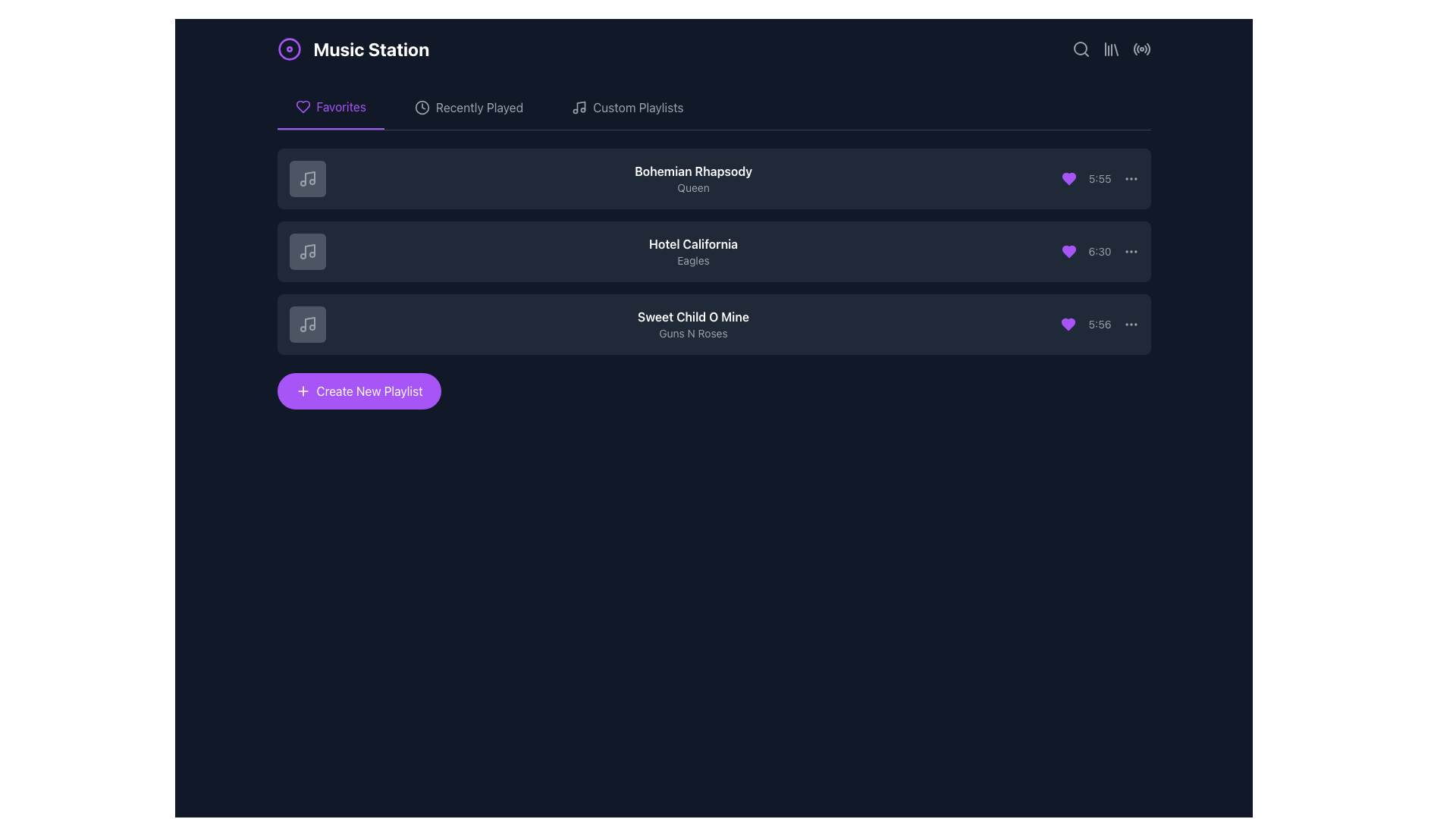  I want to click on the purple heart icon button indicating a favorite or like functionality, located next to the timestamp '5:56' in the right section of the last list item of the playlist, so click(1068, 324).